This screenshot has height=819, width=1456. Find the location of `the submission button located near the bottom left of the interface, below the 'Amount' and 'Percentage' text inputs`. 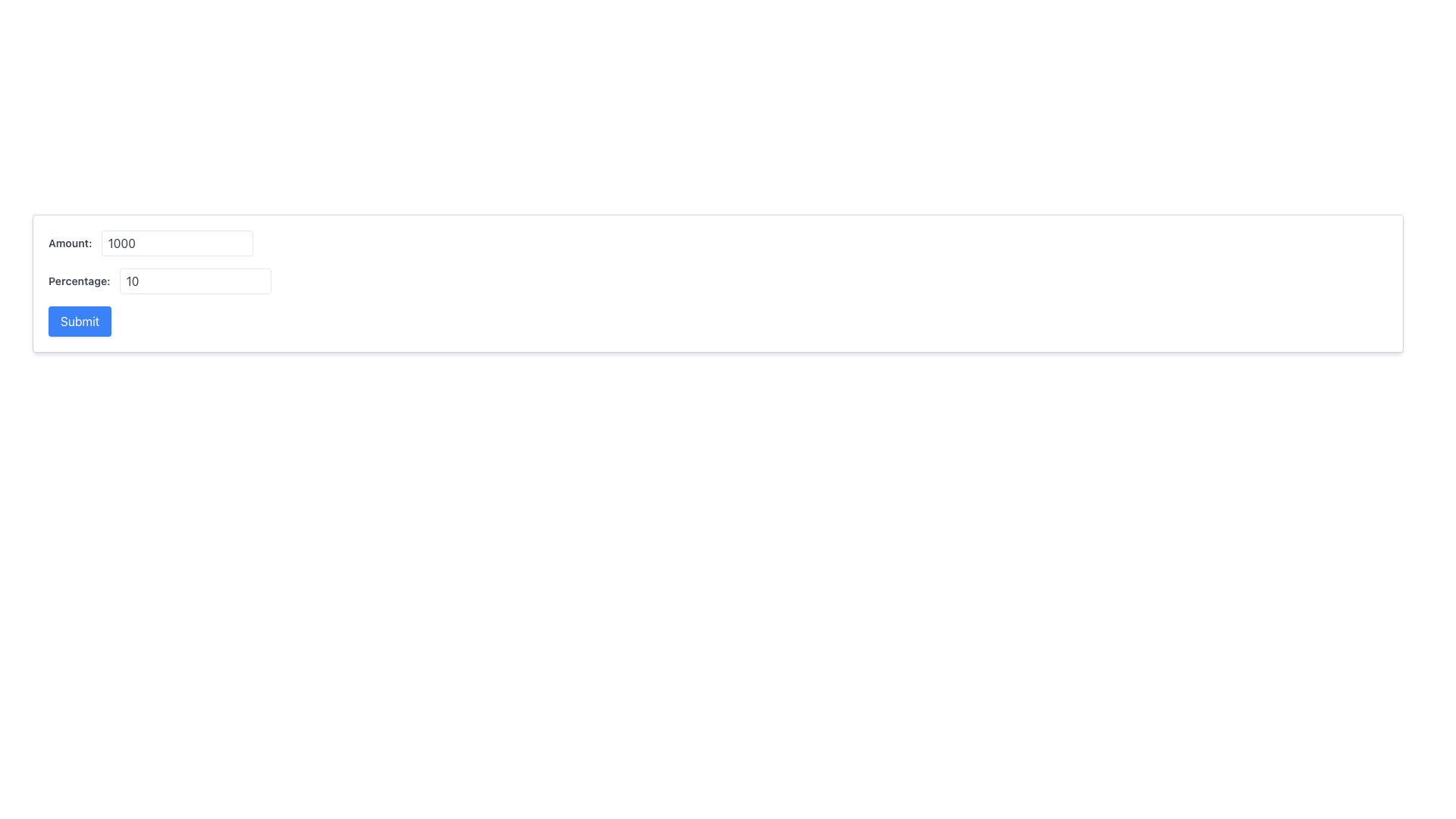

the submission button located near the bottom left of the interface, below the 'Amount' and 'Percentage' text inputs is located at coordinates (79, 321).